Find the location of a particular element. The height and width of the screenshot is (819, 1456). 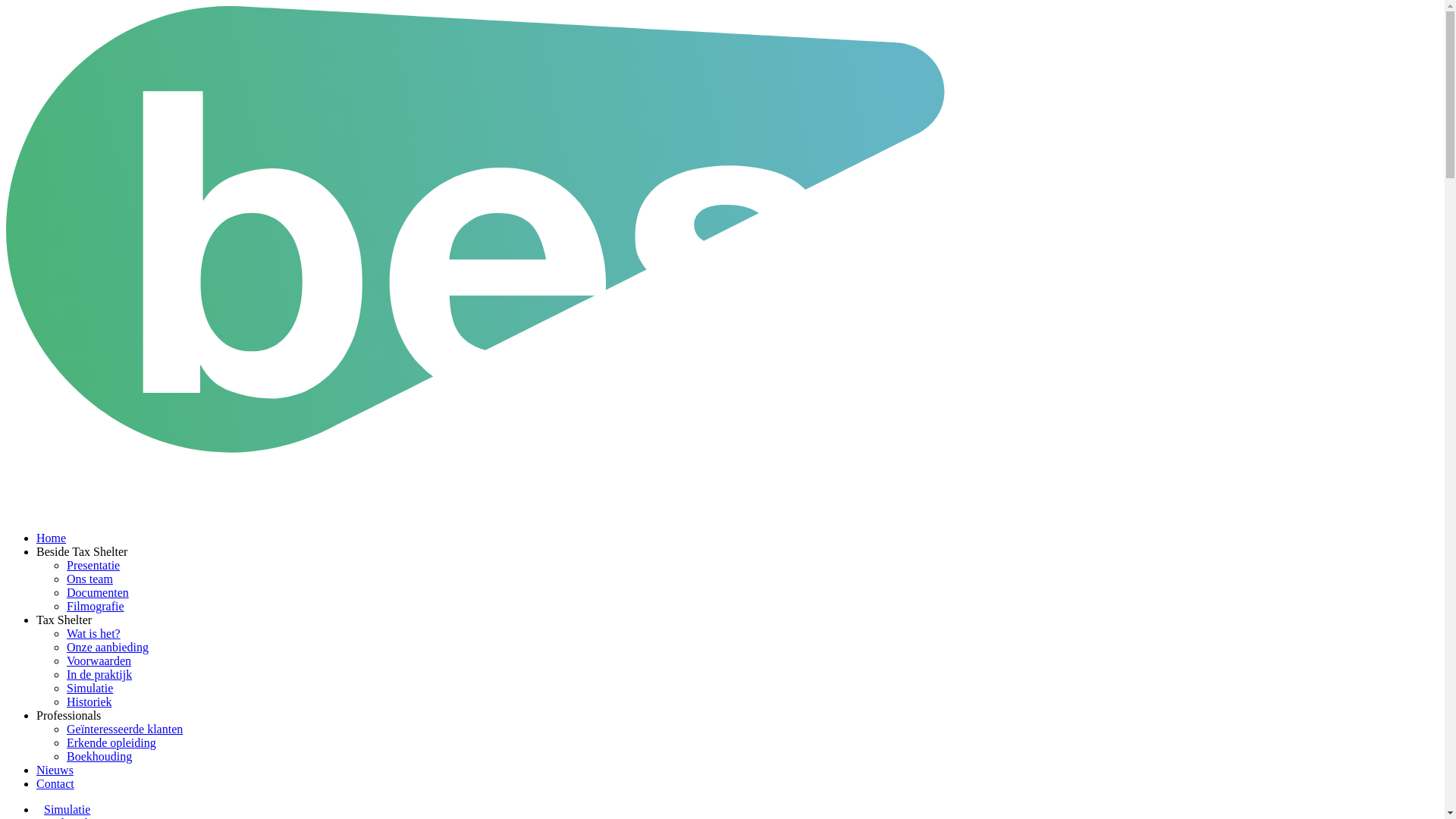

'Nieuws' is located at coordinates (55, 770).